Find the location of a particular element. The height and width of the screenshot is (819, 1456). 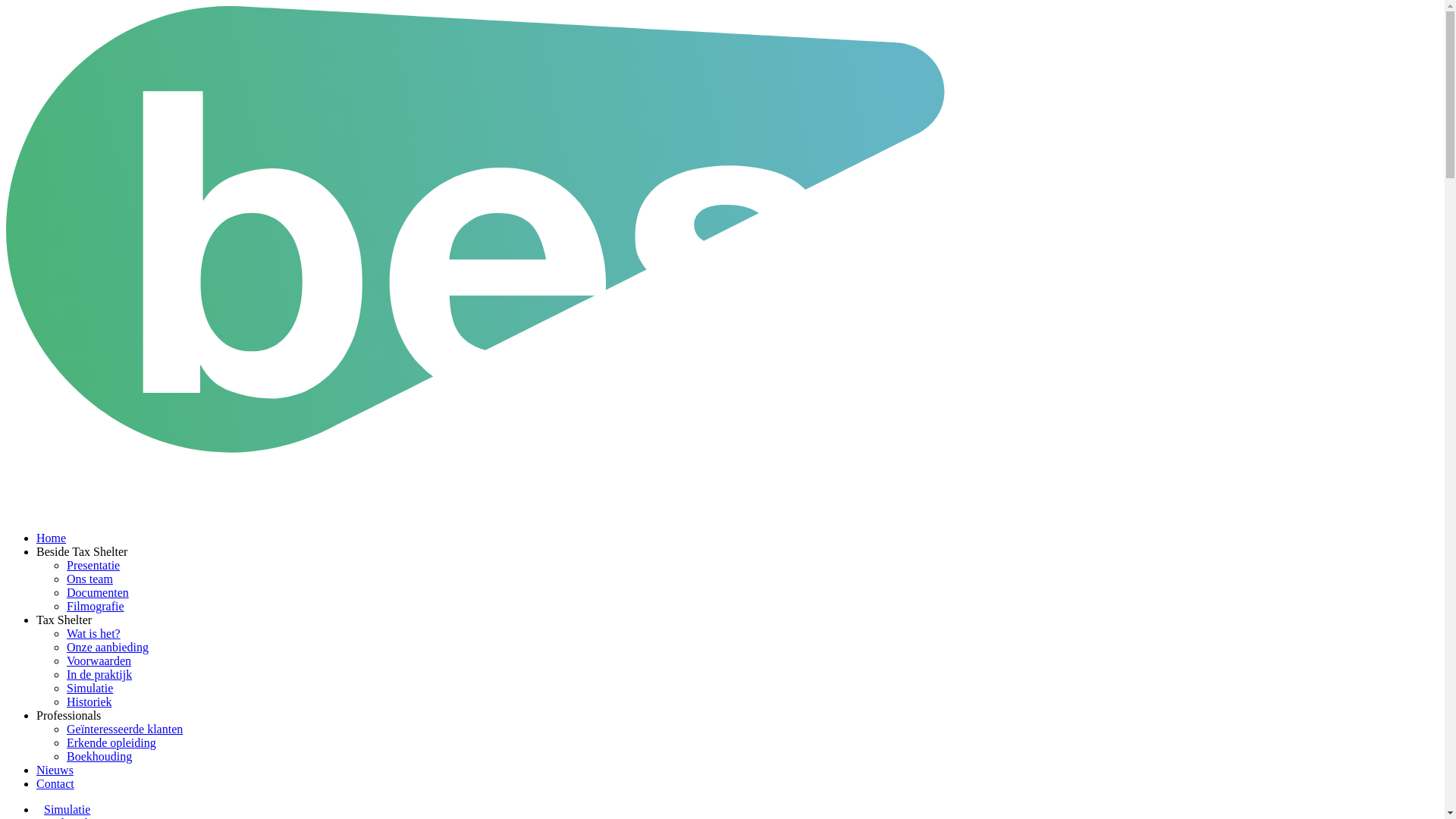

'Nieuws' is located at coordinates (55, 770).